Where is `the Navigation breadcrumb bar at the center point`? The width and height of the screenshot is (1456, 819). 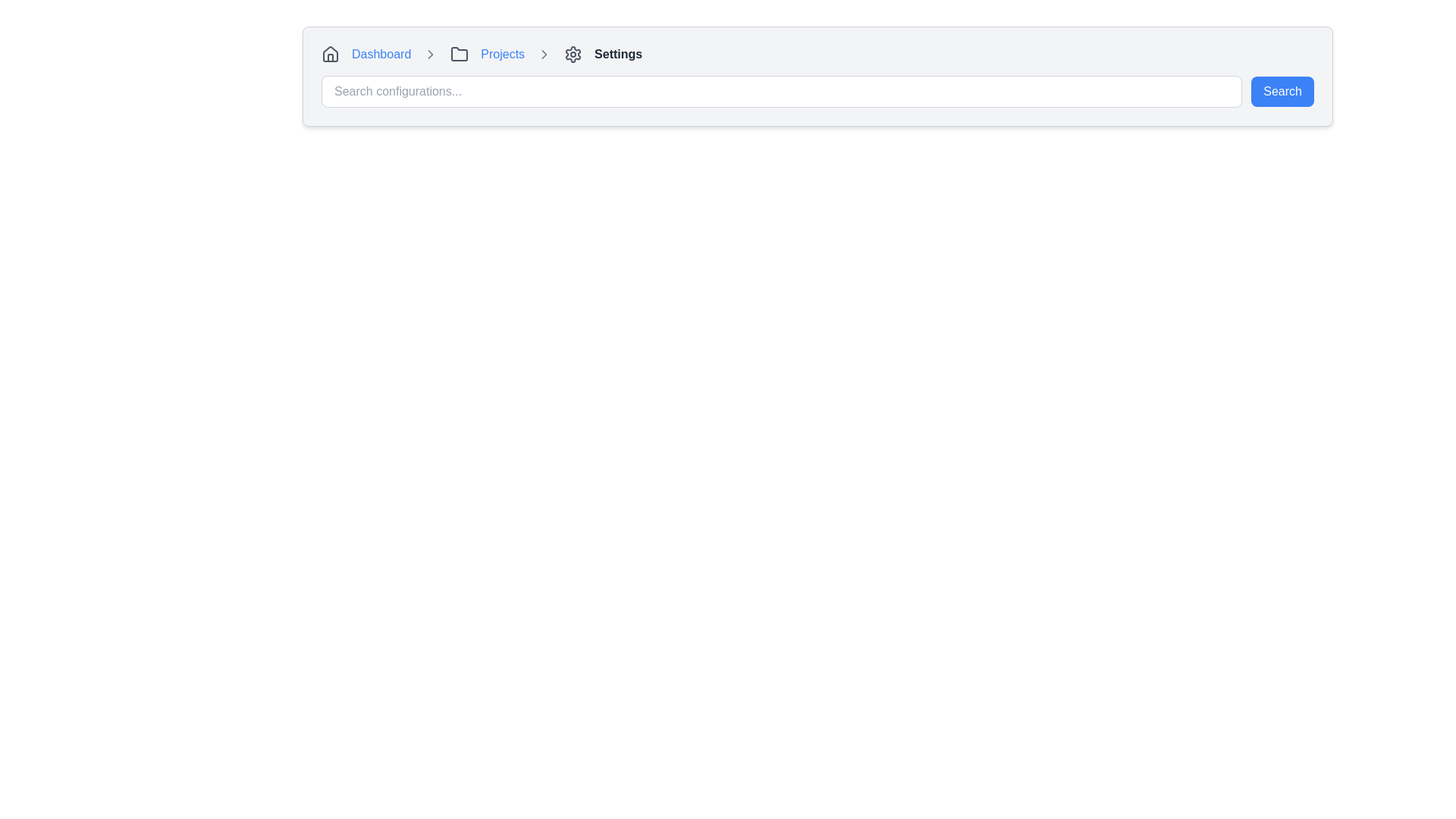
the Navigation breadcrumb bar at the center point is located at coordinates (817, 54).